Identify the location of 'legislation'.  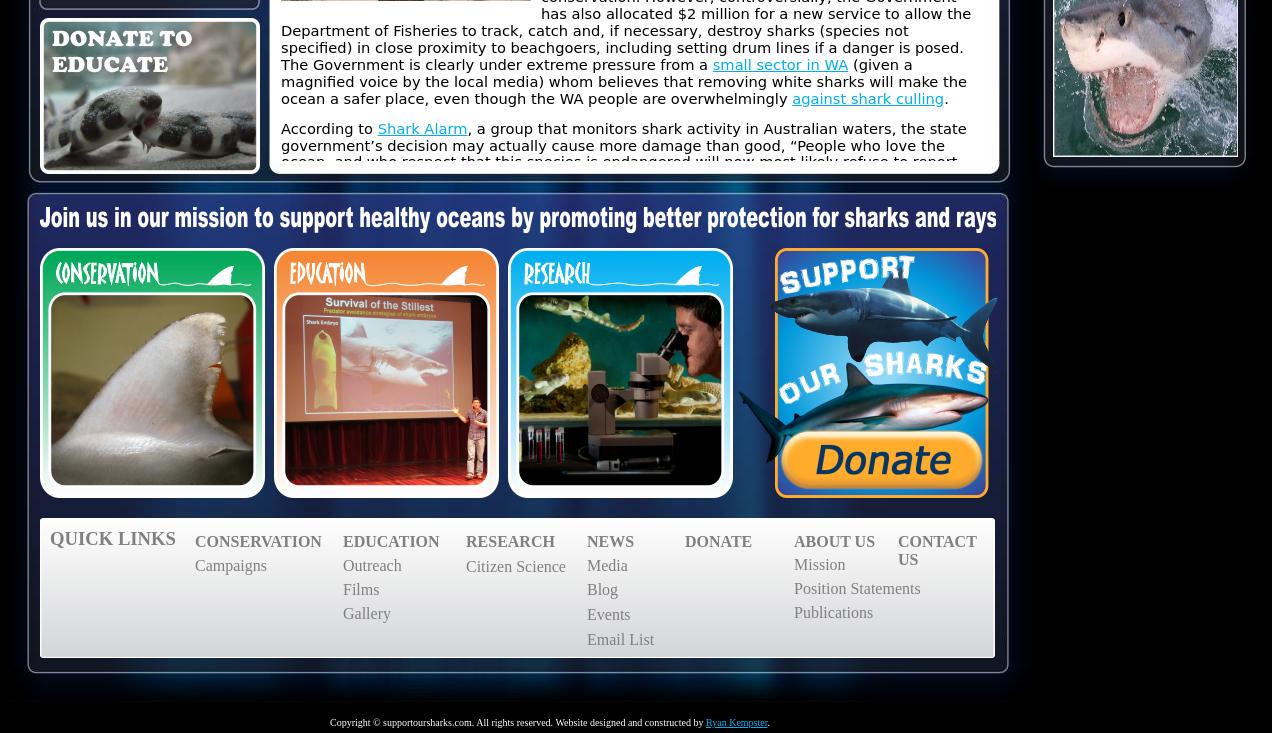
(409, 638).